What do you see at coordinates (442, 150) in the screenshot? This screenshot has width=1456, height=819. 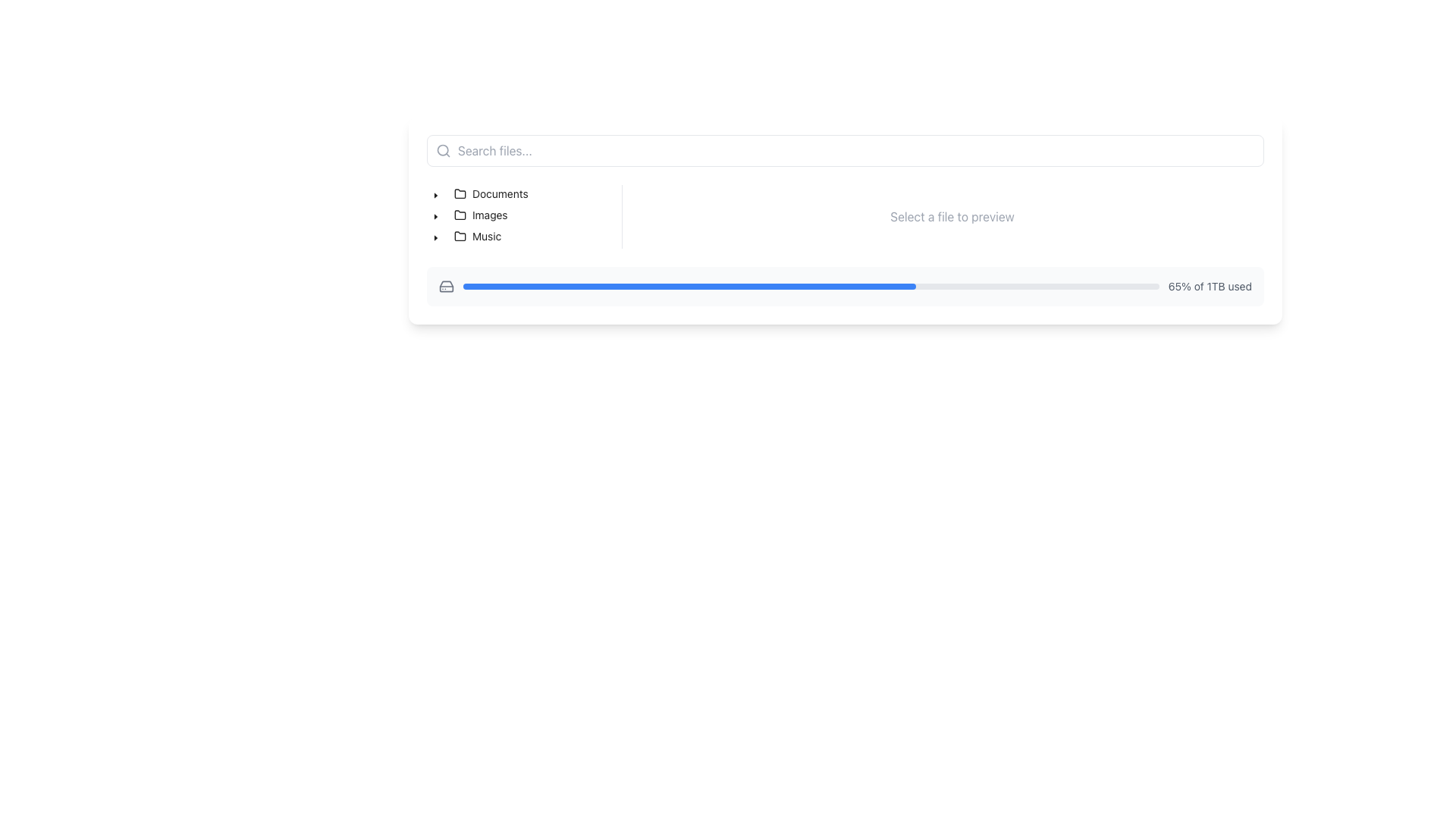 I see `the SVG Circle element located at the center of the left side of the search bar interface, which is part of a graphical representation for search functionality` at bounding box center [442, 150].